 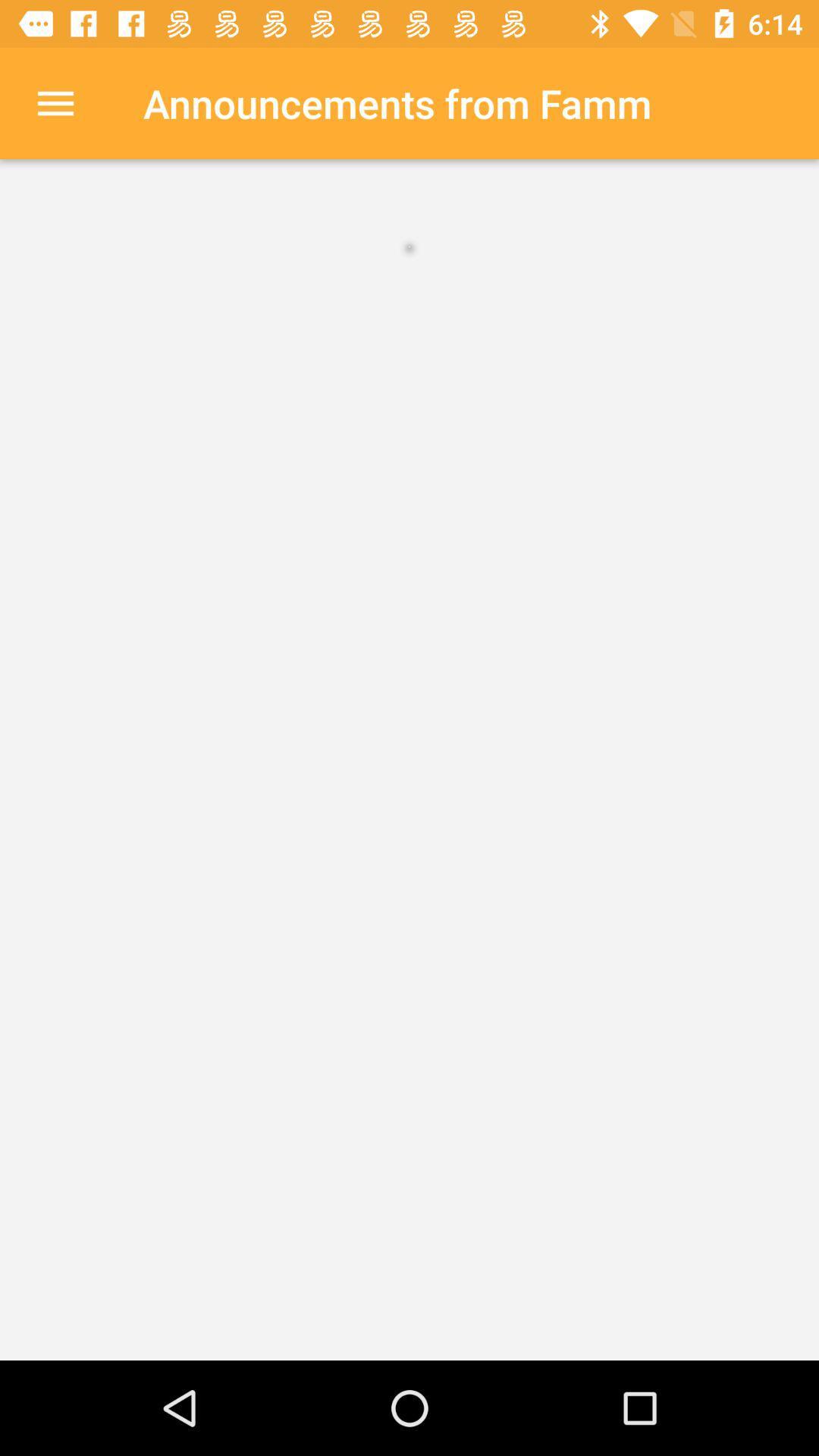 What do you see at coordinates (55, 102) in the screenshot?
I see `item at the top left corner` at bounding box center [55, 102].